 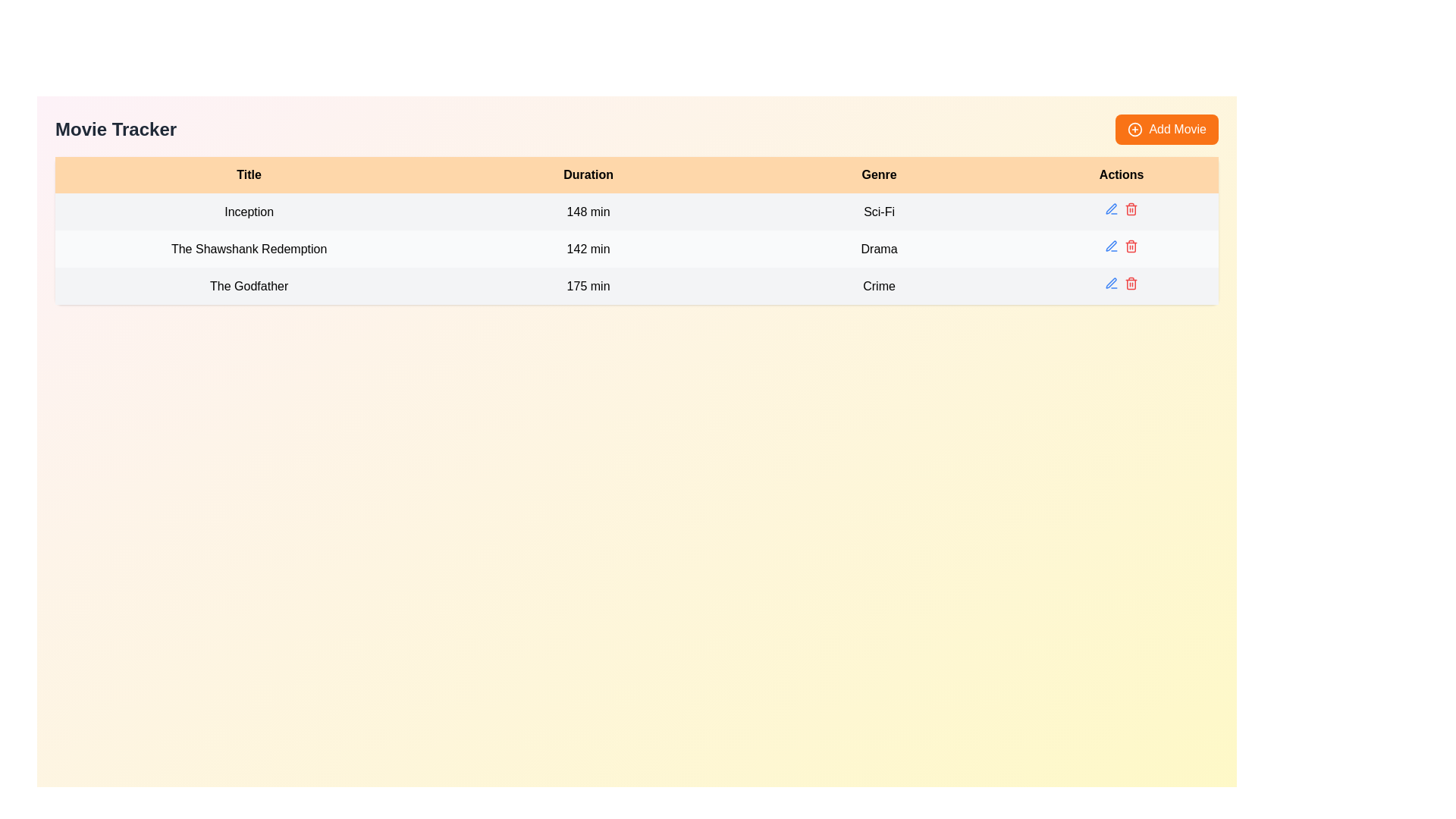 What do you see at coordinates (879, 212) in the screenshot?
I see `text from the 'Sci-Fi' label located in the third column of the first row under the 'Genre' header in the table corresponding to the movie 'Inception'` at bounding box center [879, 212].